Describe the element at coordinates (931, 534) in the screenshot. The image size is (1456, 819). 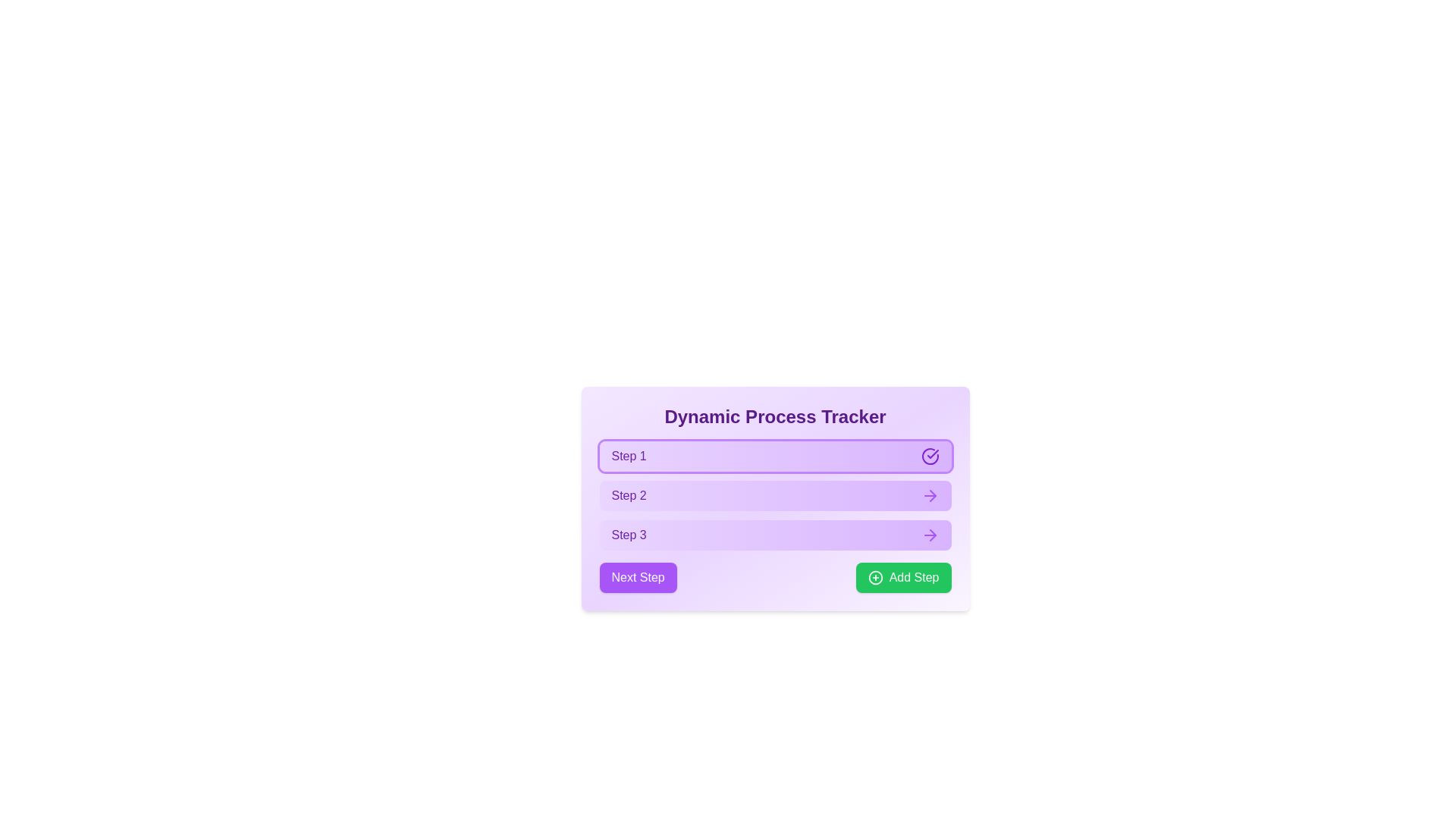
I see `the chevron arrow icon located on the right side of the Step 2 row` at that location.